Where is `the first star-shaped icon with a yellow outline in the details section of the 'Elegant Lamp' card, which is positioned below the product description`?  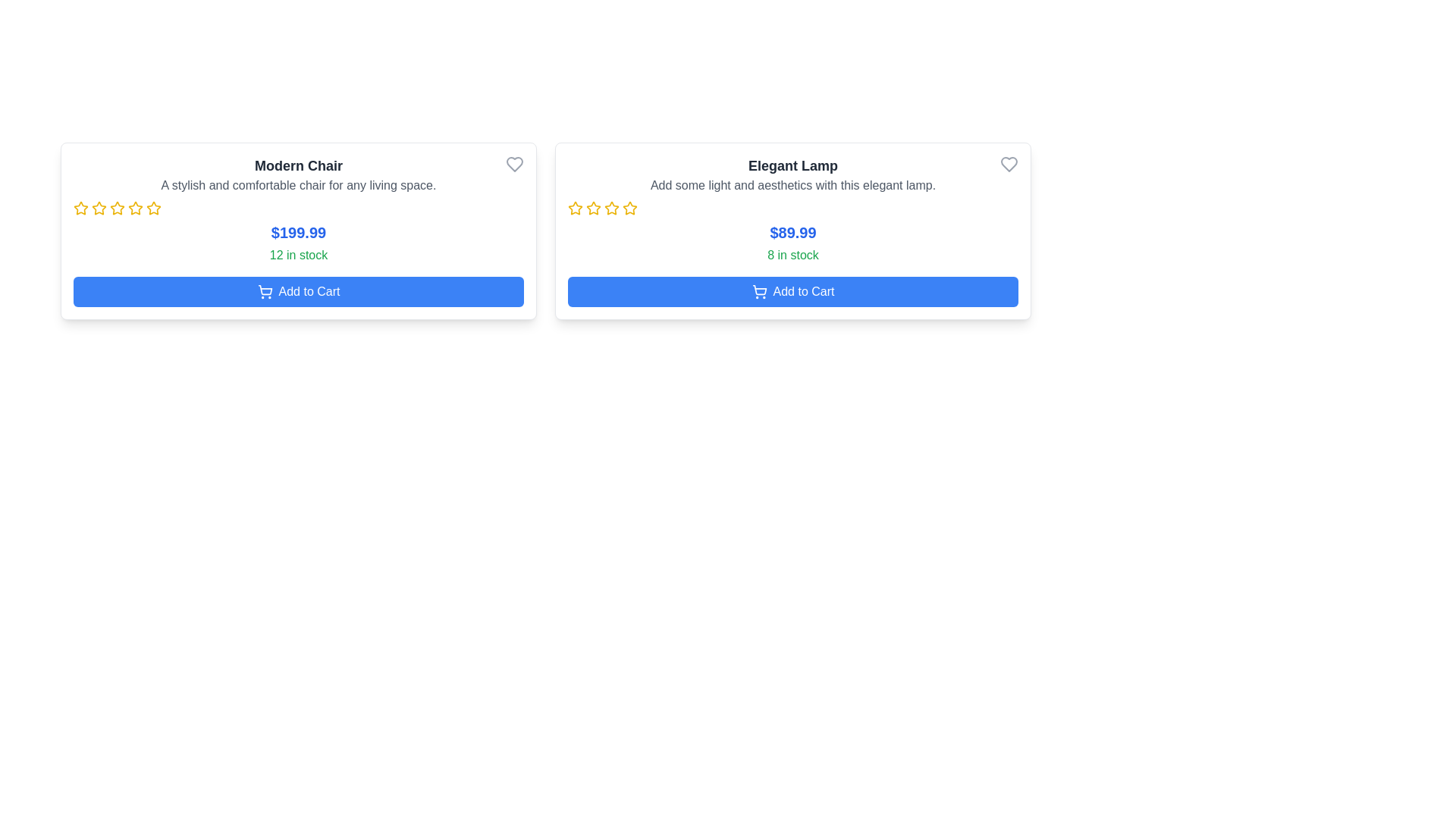 the first star-shaped icon with a yellow outline in the details section of the 'Elegant Lamp' card, which is positioned below the product description is located at coordinates (574, 208).